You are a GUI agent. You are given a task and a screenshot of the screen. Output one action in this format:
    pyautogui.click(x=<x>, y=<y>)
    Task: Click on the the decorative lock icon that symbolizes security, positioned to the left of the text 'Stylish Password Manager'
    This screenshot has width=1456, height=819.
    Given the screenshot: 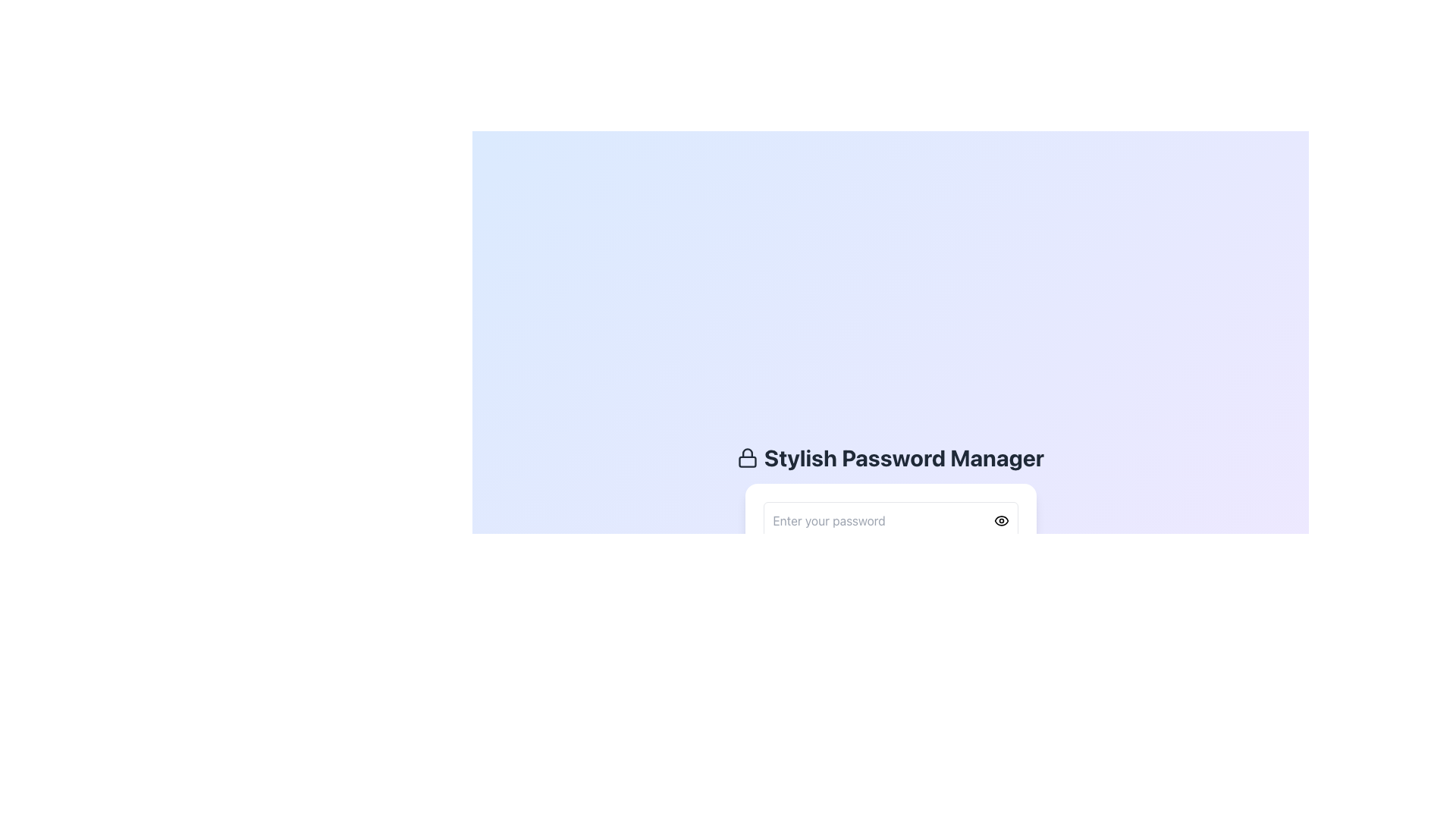 What is the action you would take?
    pyautogui.click(x=747, y=457)
    